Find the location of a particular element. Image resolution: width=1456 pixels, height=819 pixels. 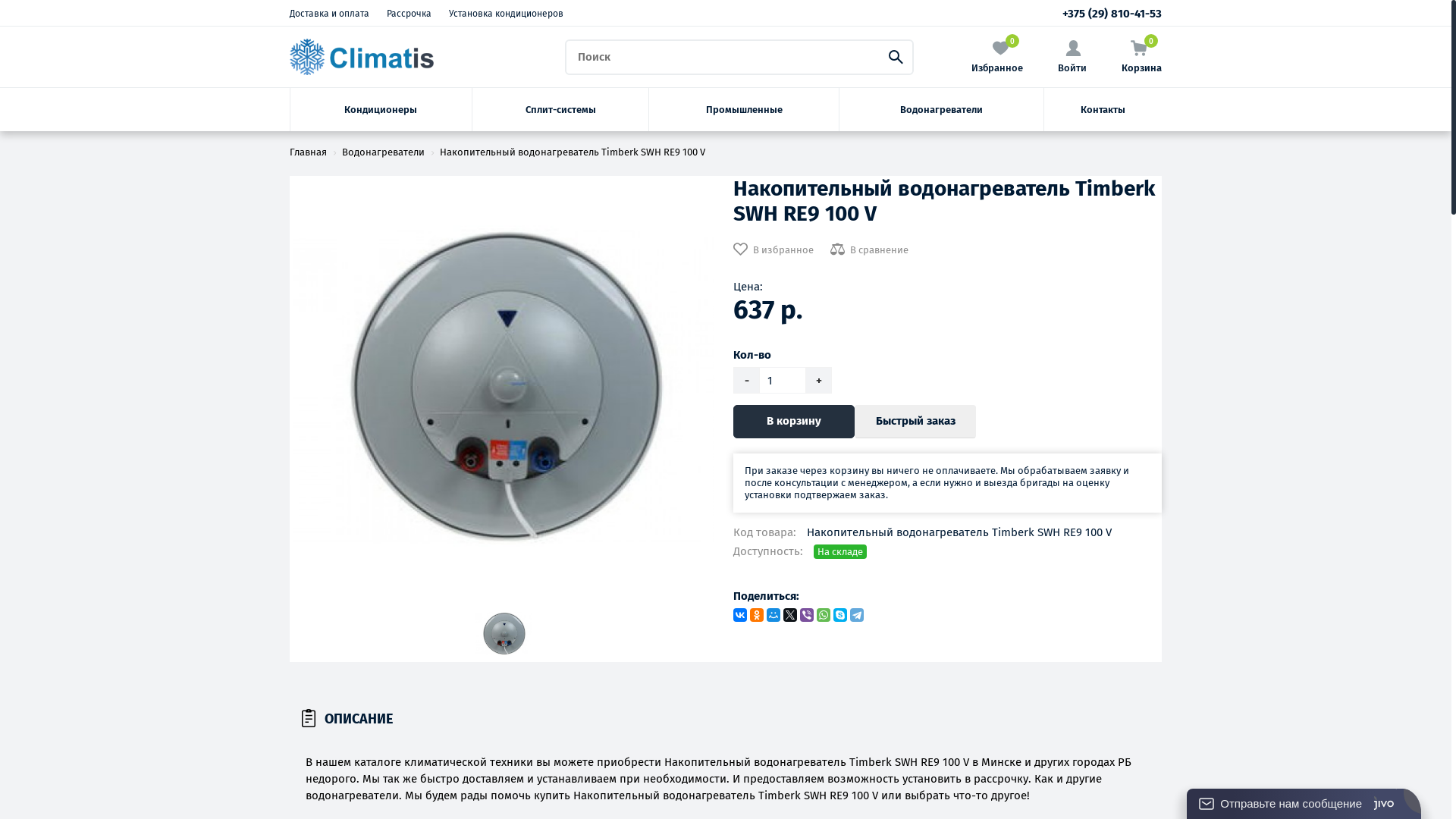

'Twitter' is located at coordinates (783, 614).